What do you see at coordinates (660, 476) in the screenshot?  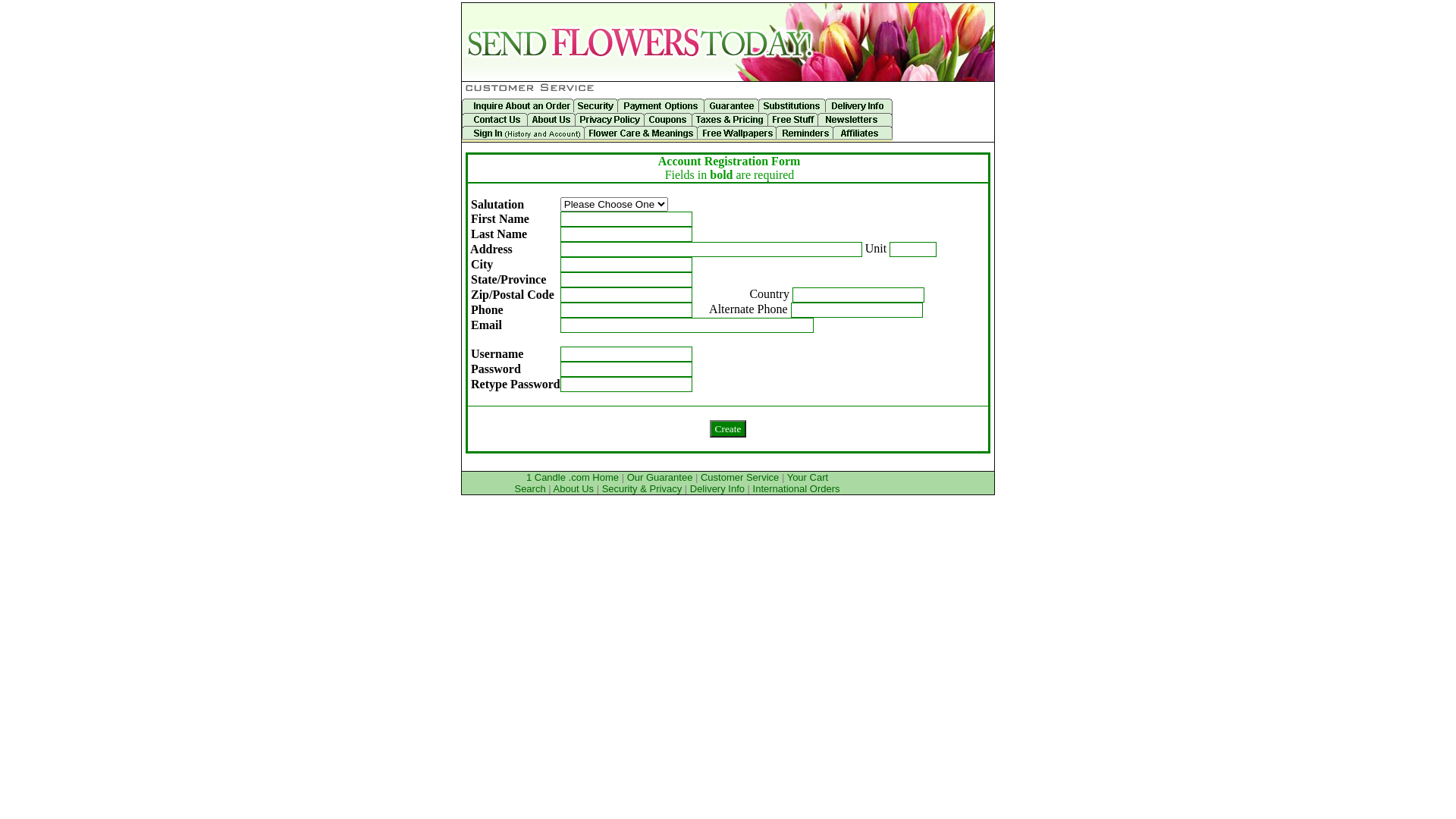 I see `'Our Guarantee'` at bounding box center [660, 476].